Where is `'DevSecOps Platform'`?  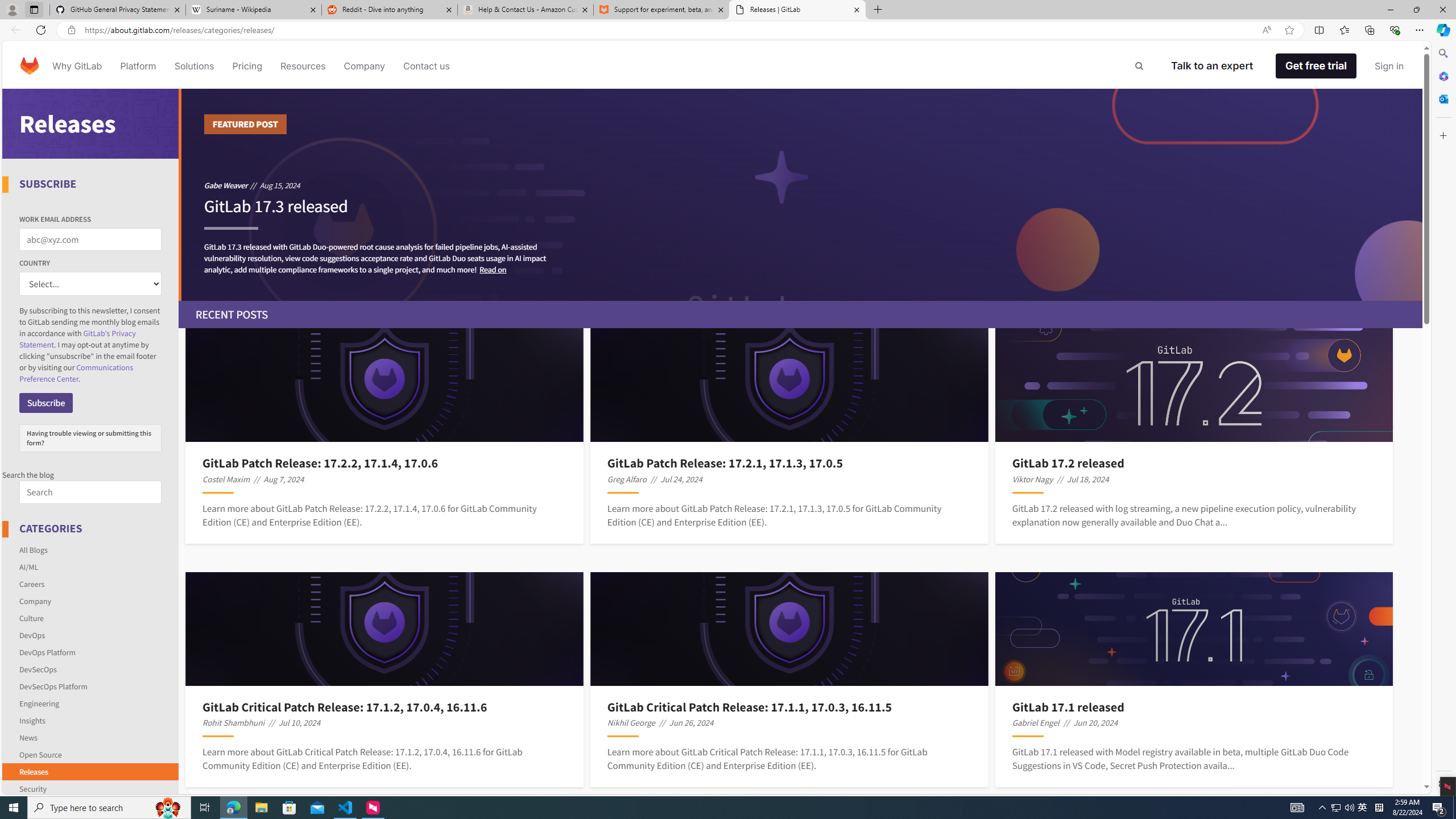 'DevSecOps Platform' is located at coordinates (53, 686).